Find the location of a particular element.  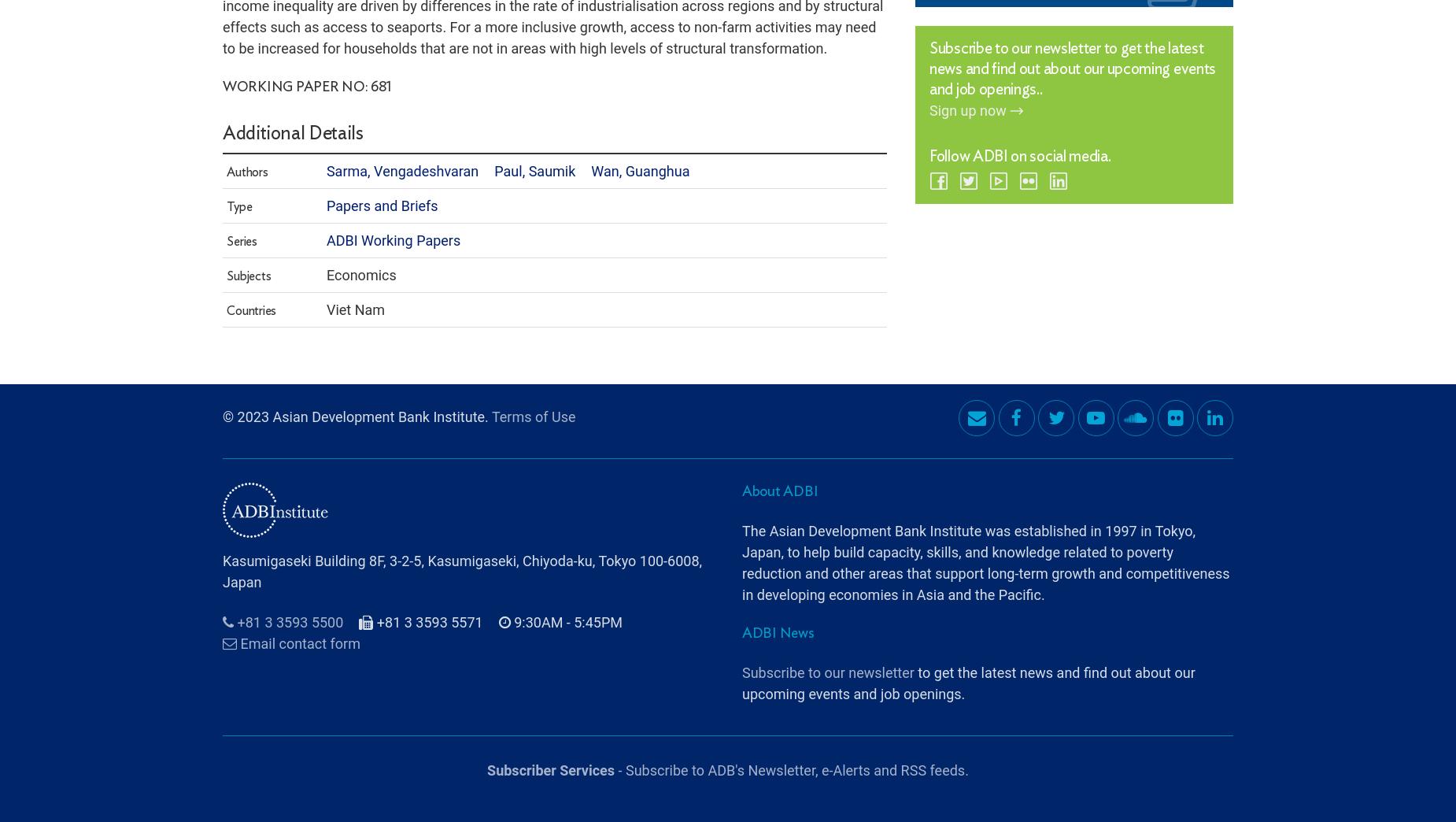

'Follow ADBI on social media.' is located at coordinates (1018, 112).